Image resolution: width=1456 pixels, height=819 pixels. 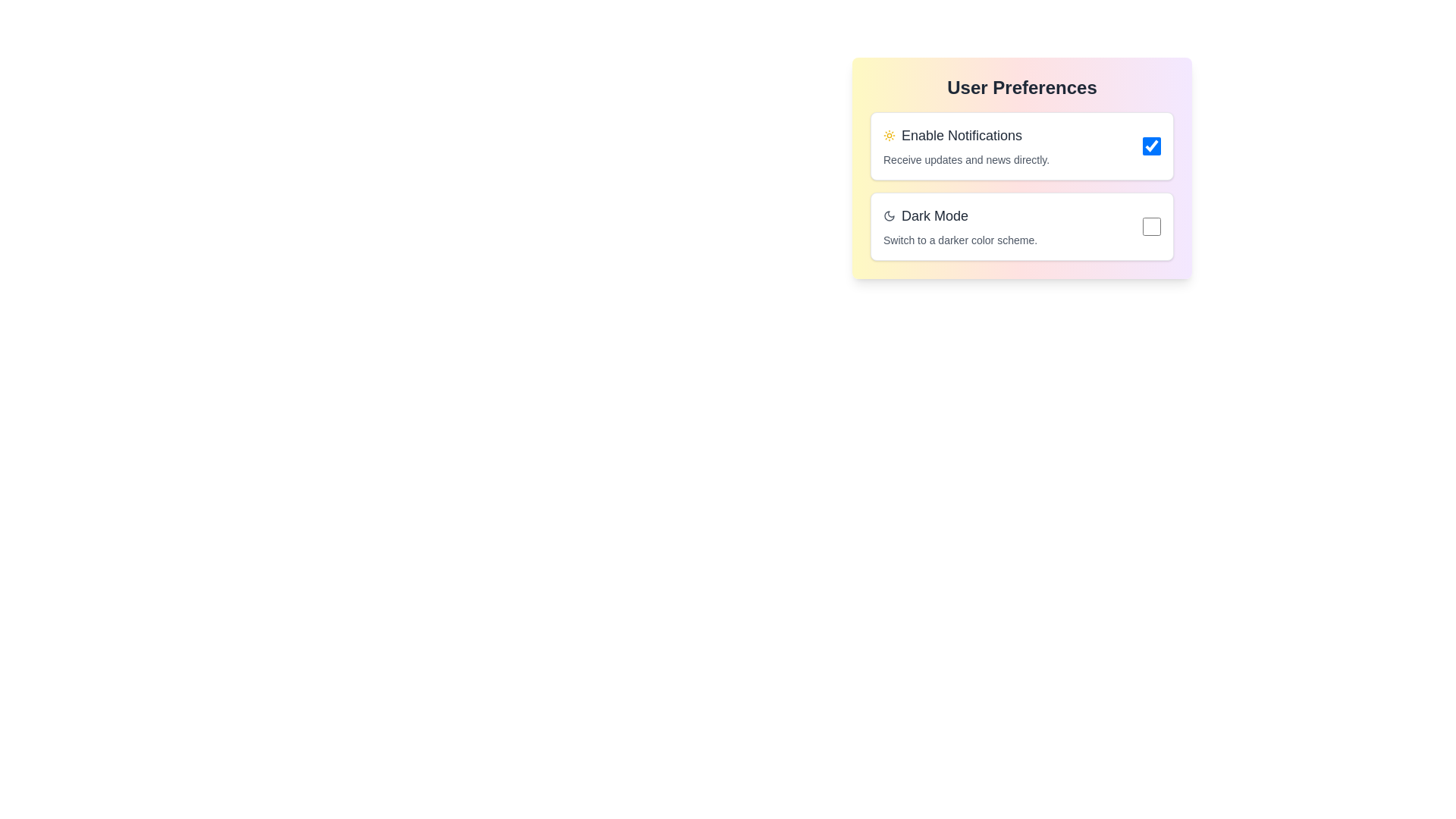 What do you see at coordinates (965, 146) in the screenshot?
I see `the 'Enable Notifications' text block, which includes the title in bold and a subtitle in muted gray, located in the upper section of the user preferences panel` at bounding box center [965, 146].